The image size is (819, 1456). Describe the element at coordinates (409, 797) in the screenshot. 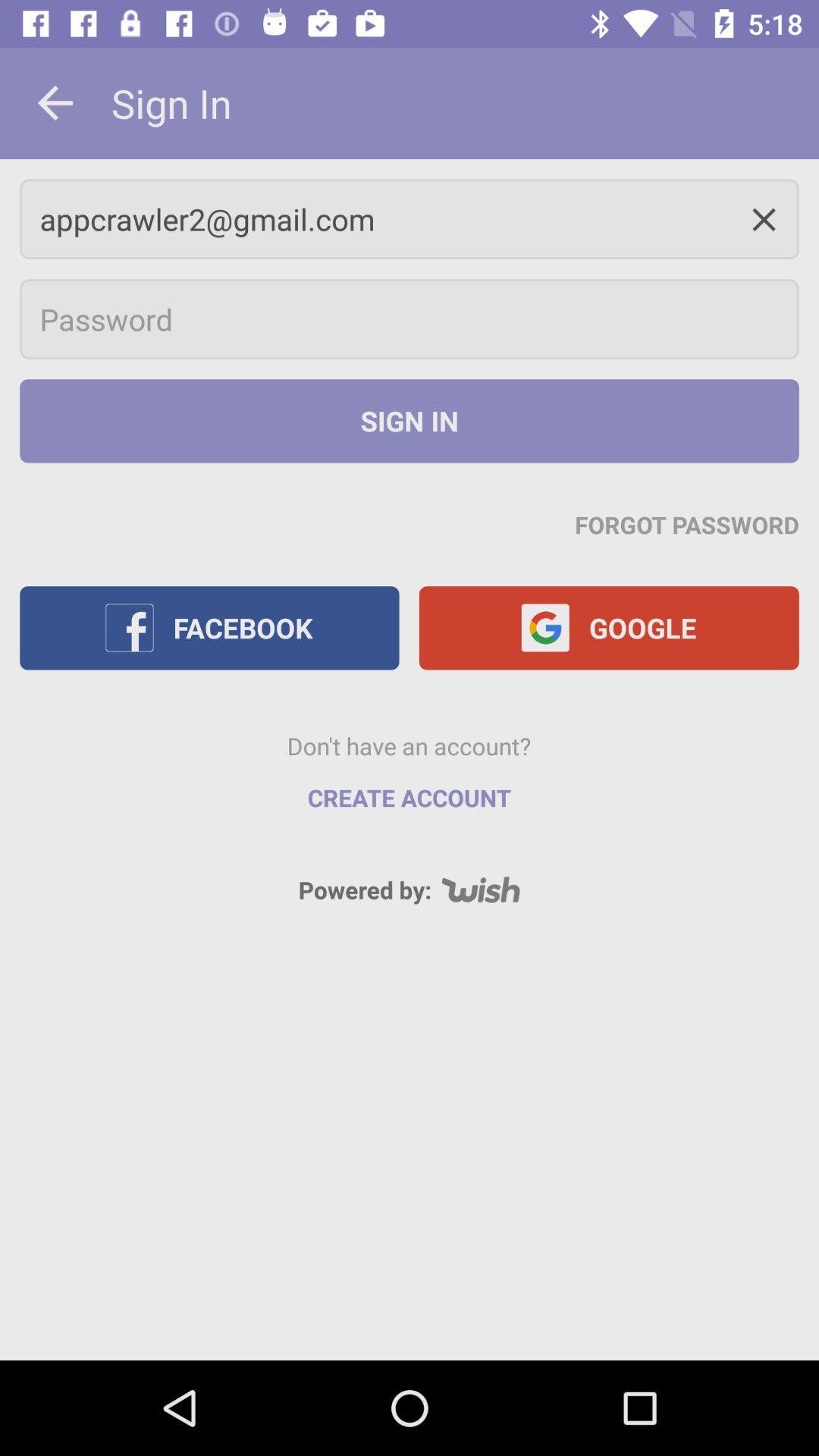

I see `item above the powered by: item` at that location.